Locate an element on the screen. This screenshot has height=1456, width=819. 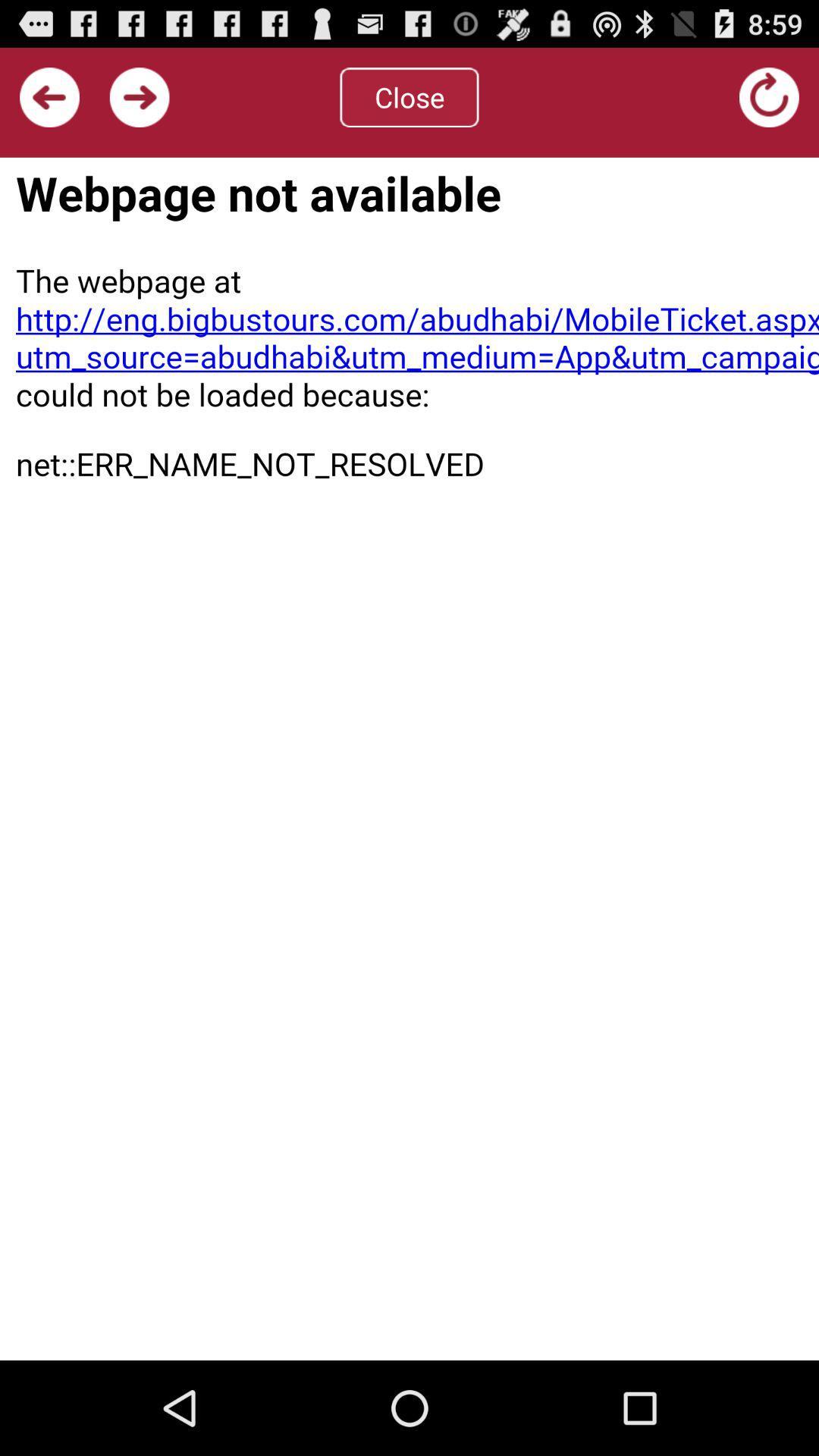
repeat is located at coordinates (769, 96).